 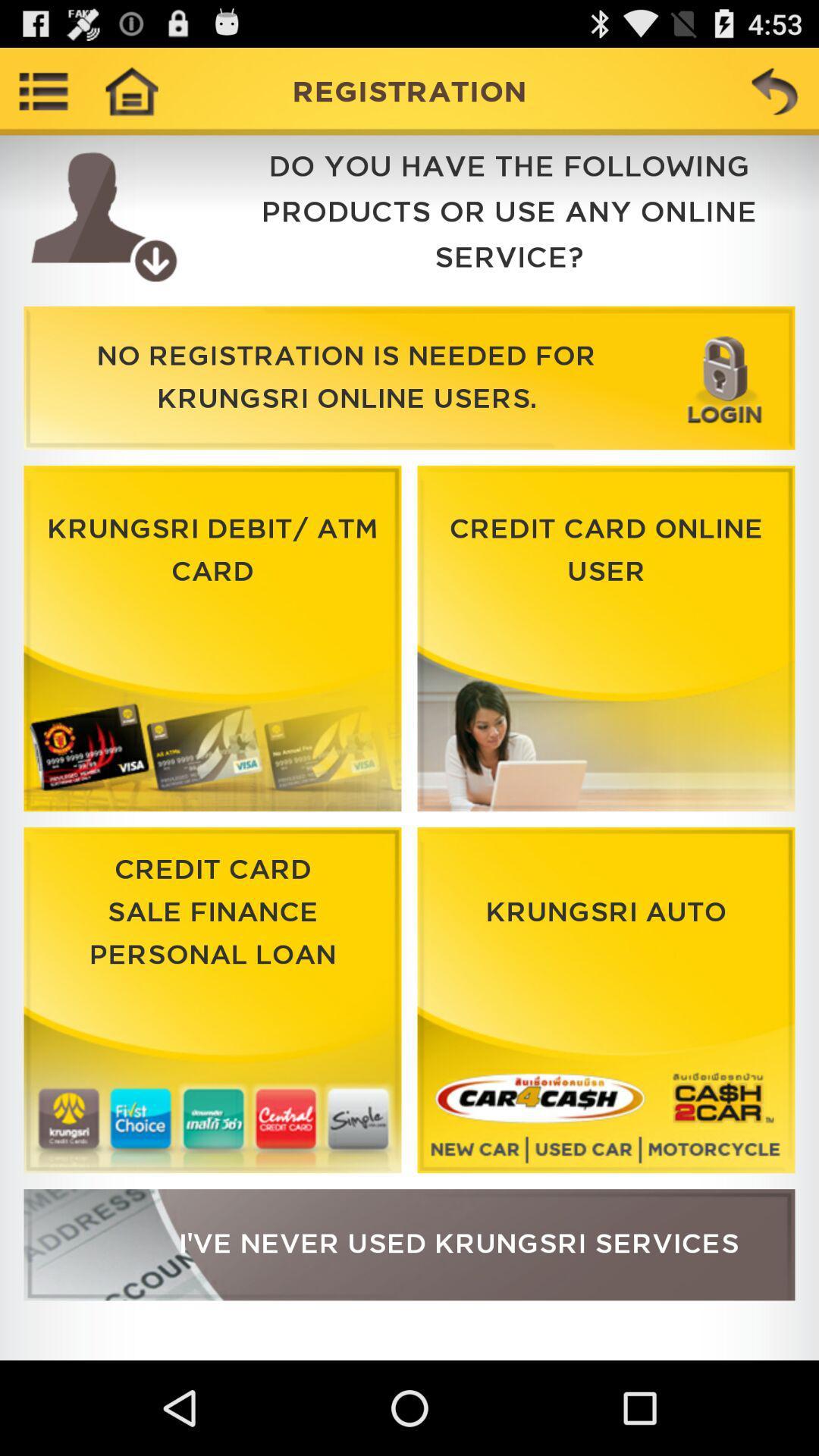 What do you see at coordinates (212, 639) in the screenshot?
I see `product` at bounding box center [212, 639].